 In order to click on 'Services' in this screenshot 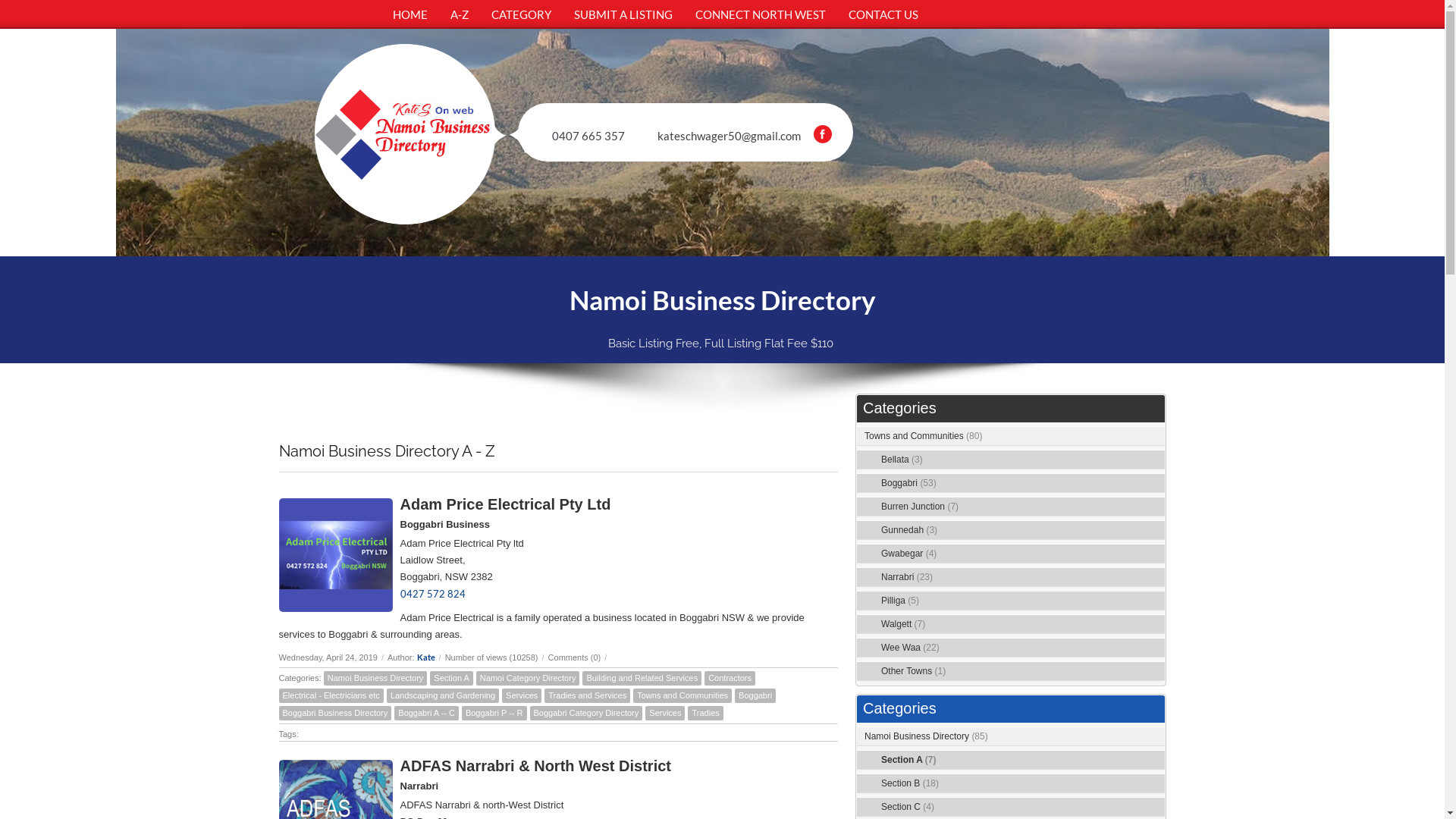, I will do `click(665, 713)`.